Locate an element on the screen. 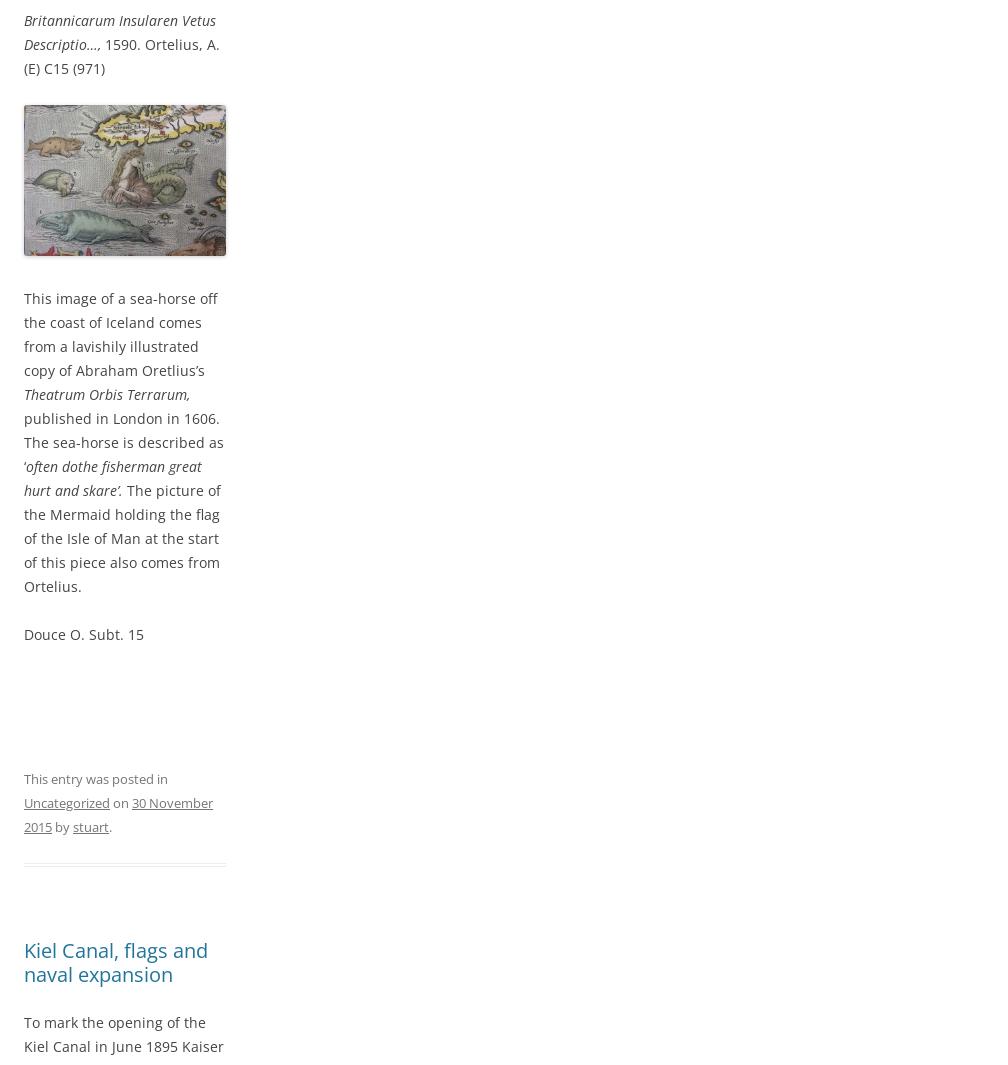  'Britannicarum Insularen Vetus Descriptio…,' is located at coordinates (119, 30).